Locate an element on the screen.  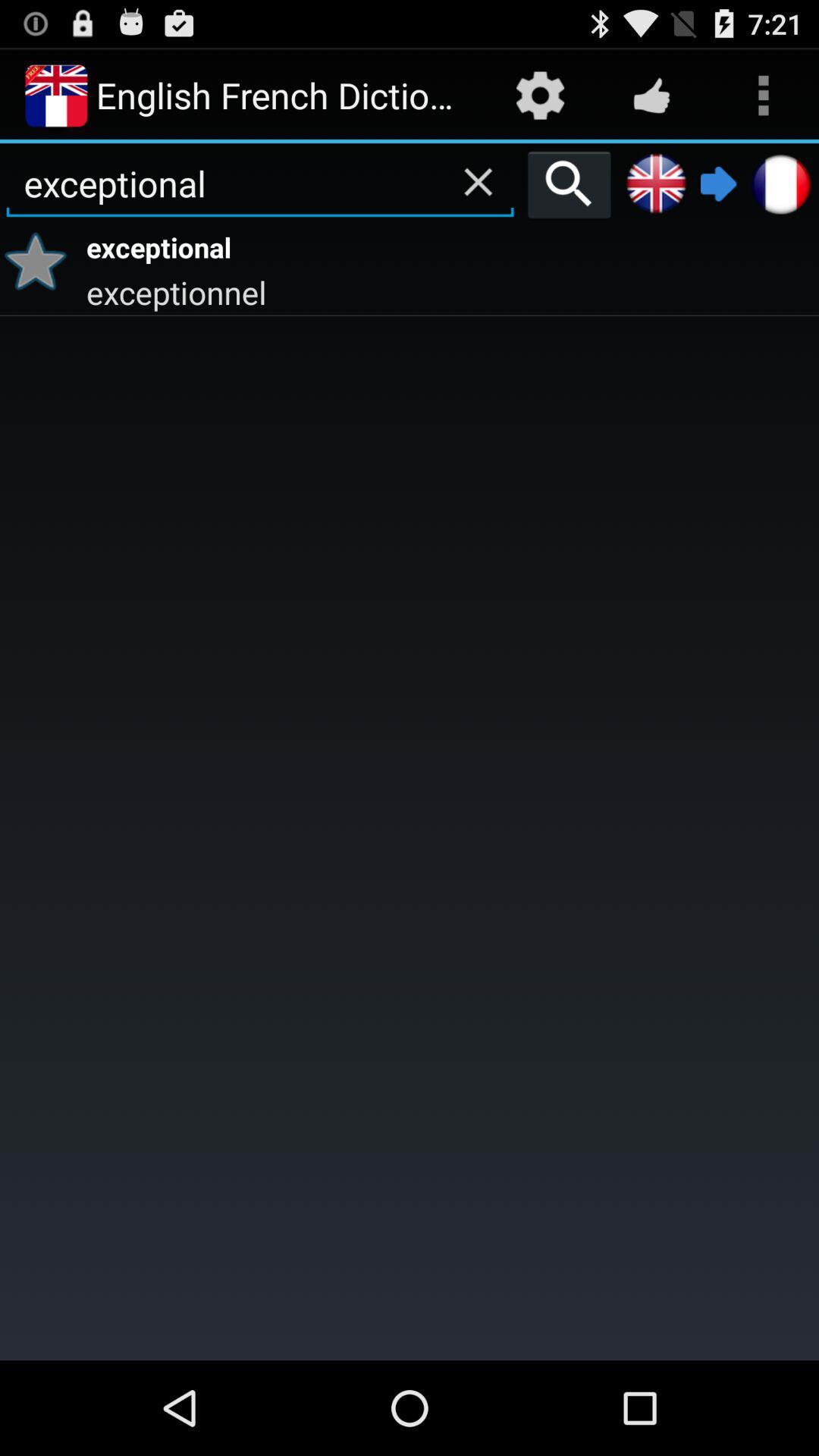
the exceptionnel app is located at coordinates (450, 291).